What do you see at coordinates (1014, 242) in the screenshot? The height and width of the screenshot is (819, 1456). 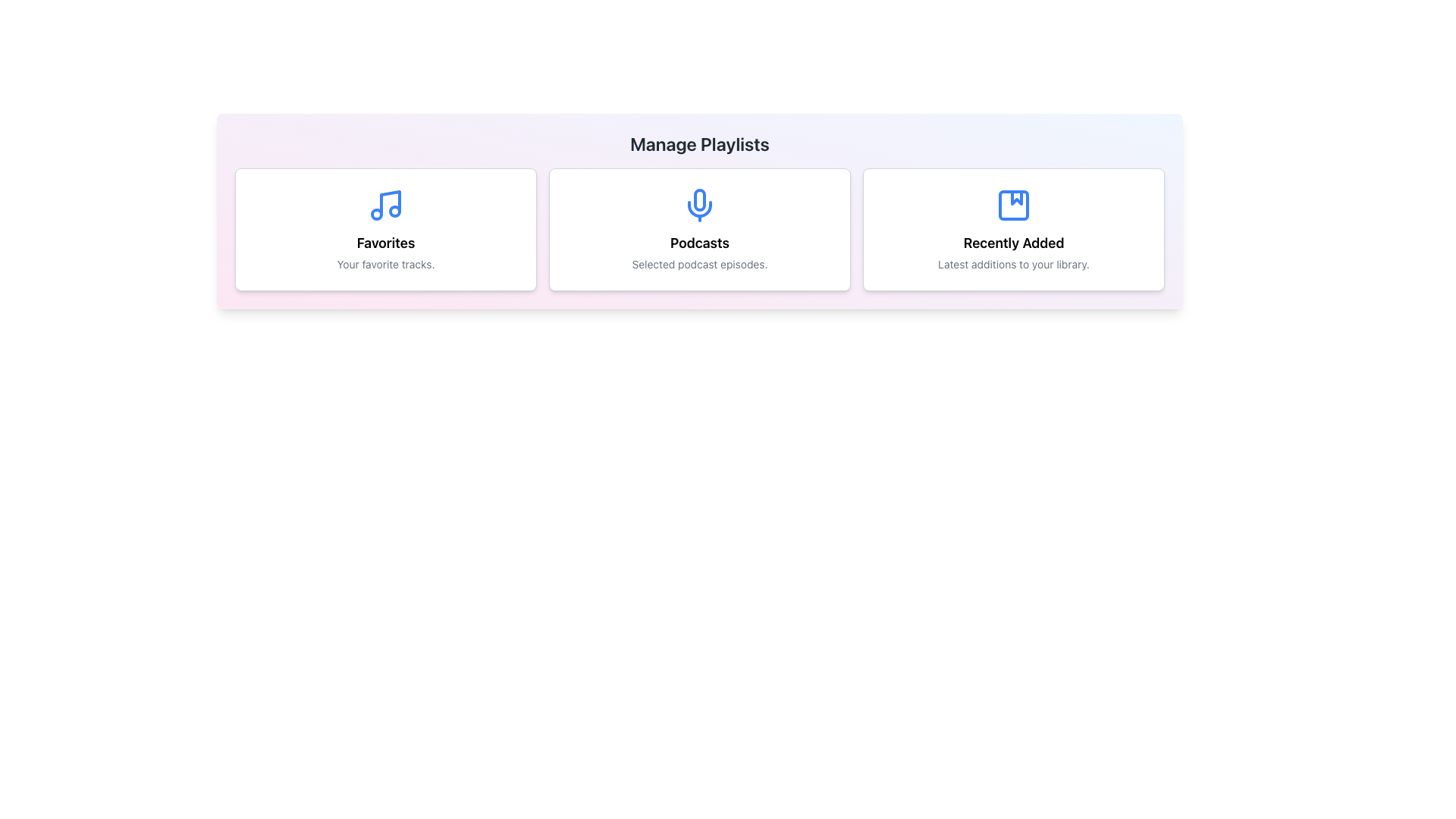 I see `the 'Recently Added' static text element, which serves as a title or label indicating the purpose of the card, positioned centrally within the card on the right-hand side of a three-card layout` at bounding box center [1014, 242].